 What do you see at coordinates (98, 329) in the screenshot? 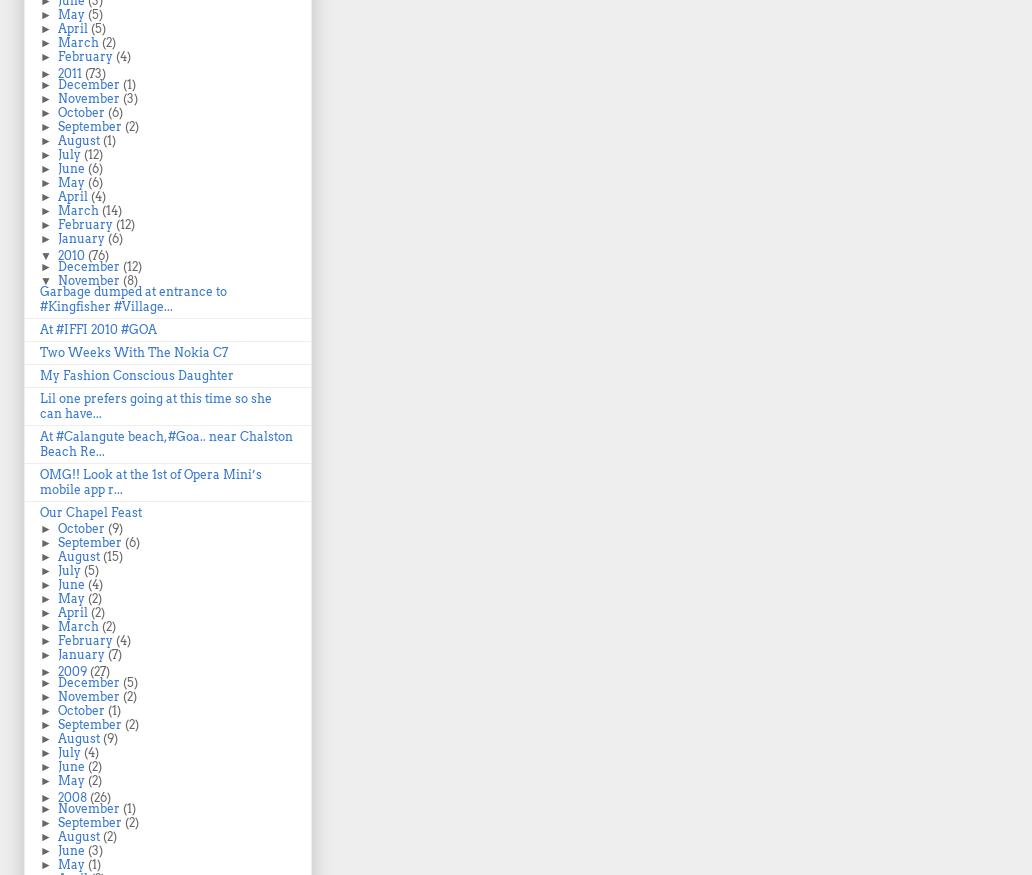
I see `'At #IFFI 2010 #GOA'` at bounding box center [98, 329].